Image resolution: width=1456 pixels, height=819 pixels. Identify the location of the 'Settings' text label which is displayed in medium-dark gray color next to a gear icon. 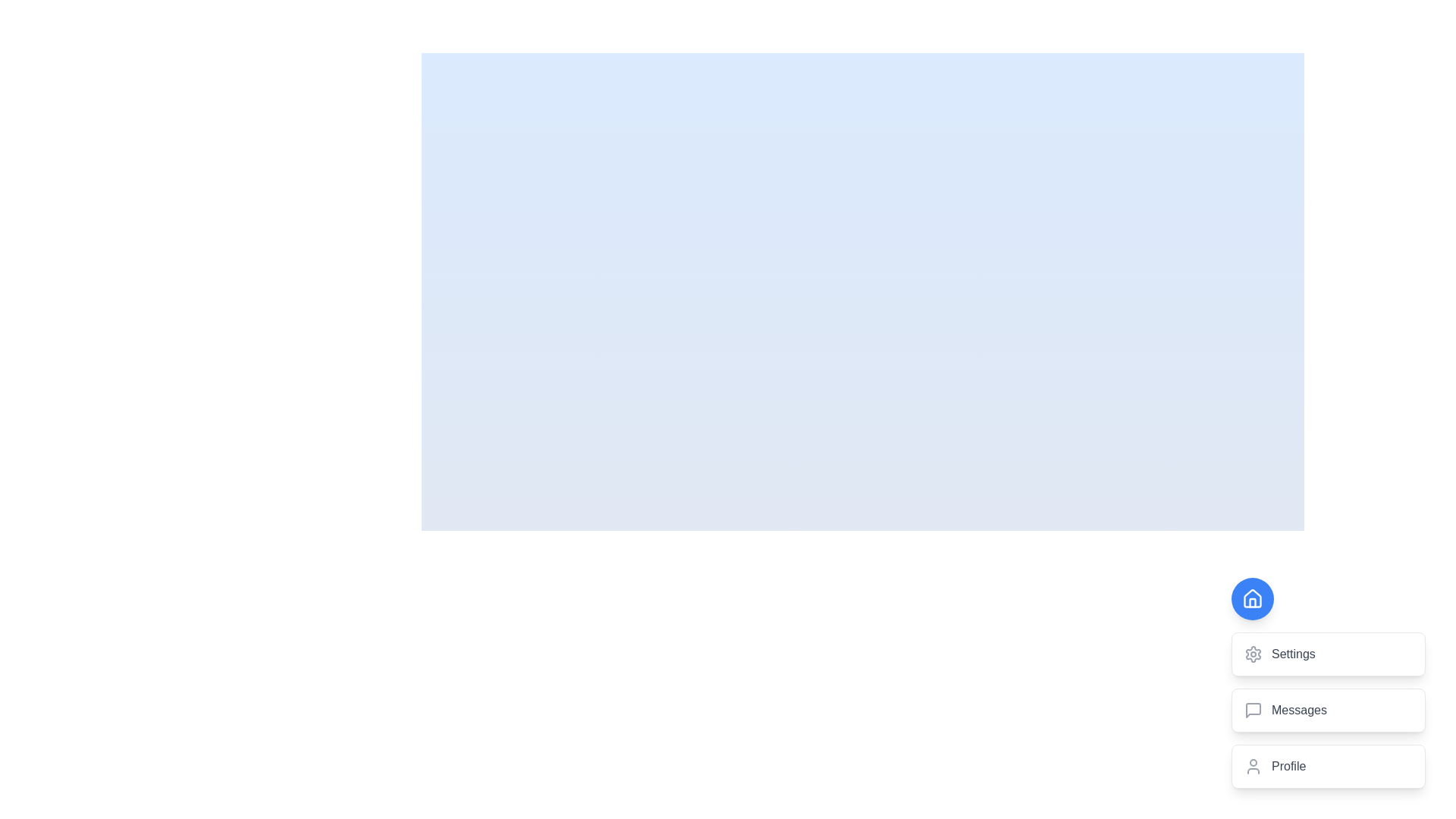
(1292, 654).